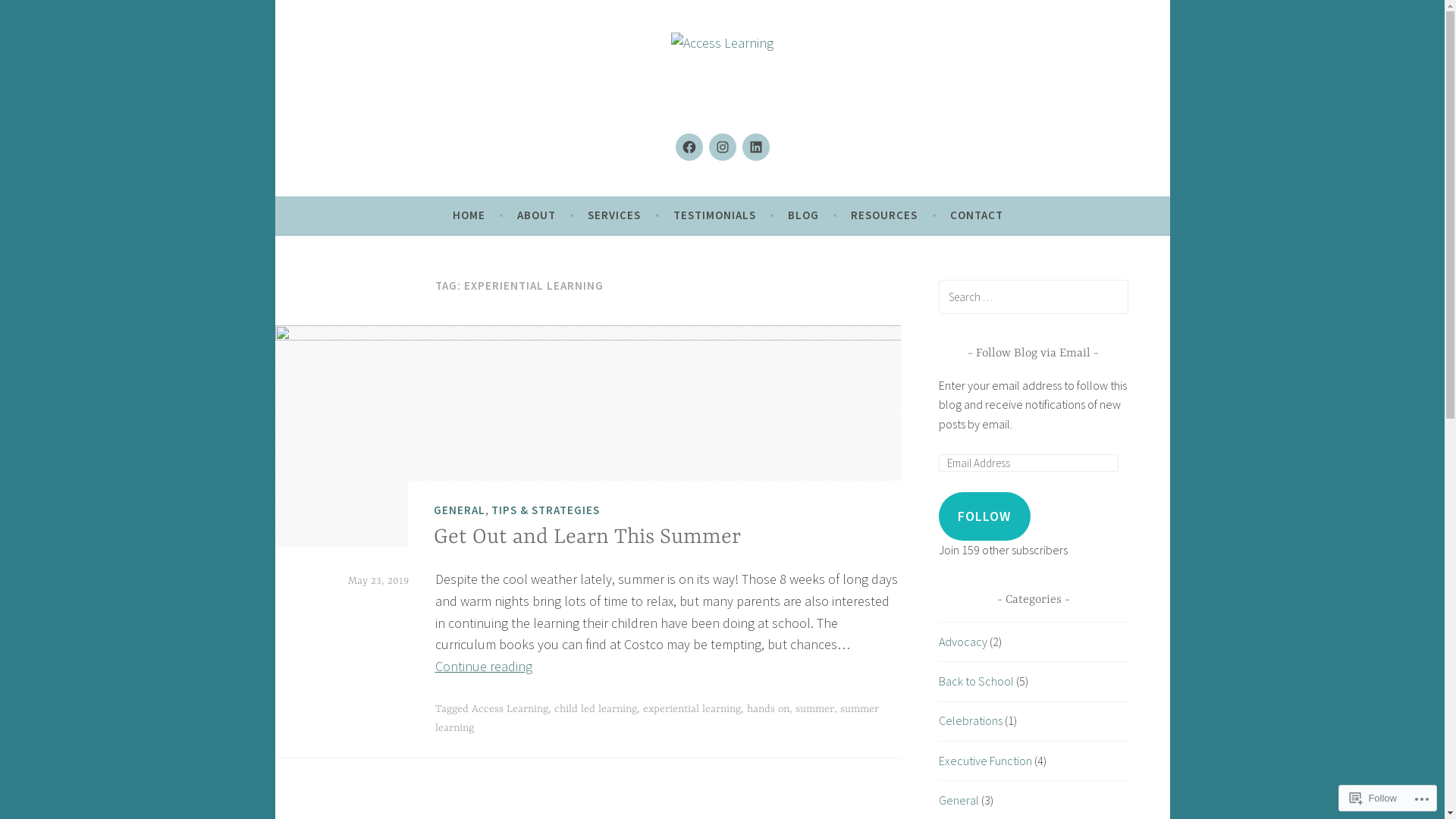 The image size is (1456, 819). I want to click on 'Back to School', so click(976, 680).